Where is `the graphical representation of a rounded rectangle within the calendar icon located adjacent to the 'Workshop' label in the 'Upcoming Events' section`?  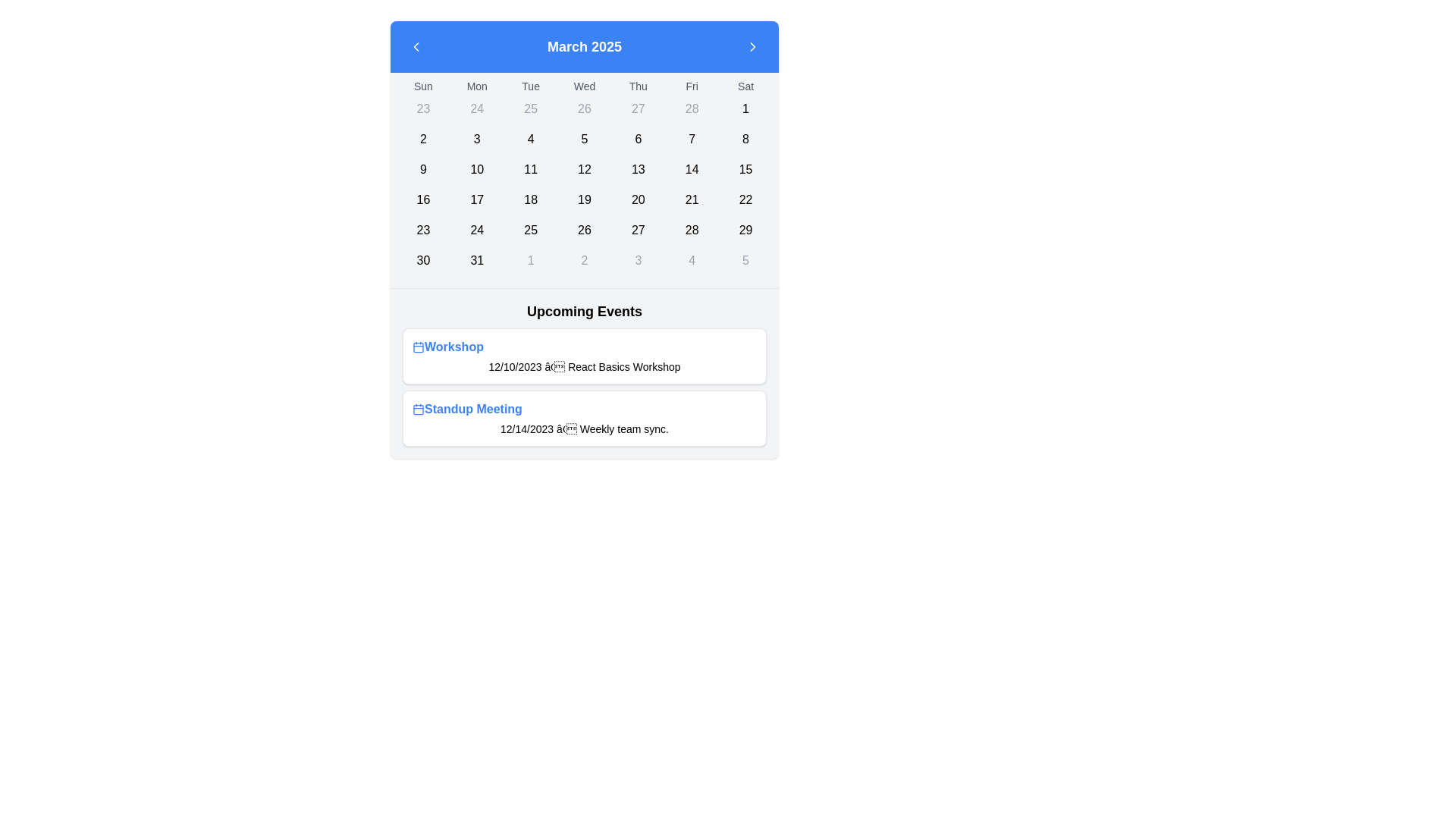 the graphical representation of a rounded rectangle within the calendar icon located adjacent to the 'Workshop' label in the 'Upcoming Events' section is located at coordinates (419, 409).